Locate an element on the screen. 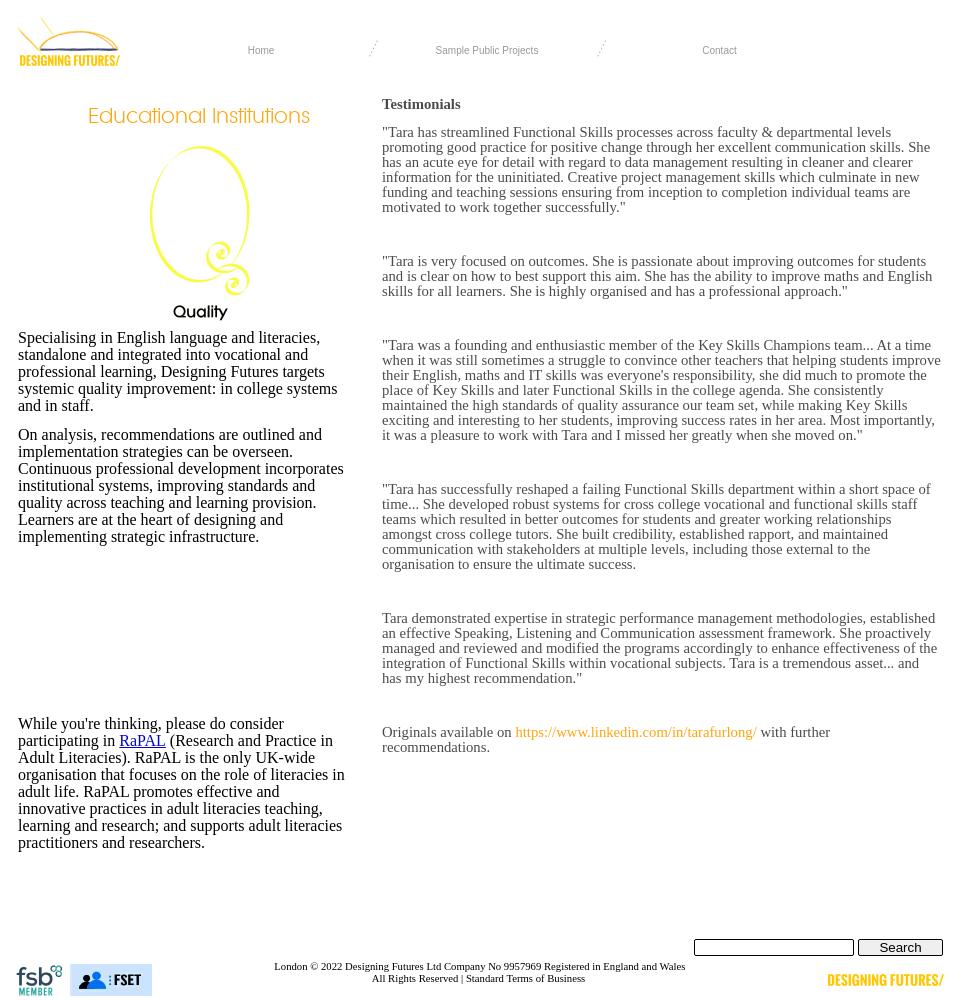 The width and height of the screenshot is (960, 1000). '"Tara is very focused on outcomes. She is passionate about improving outcomes for students and is clear on how to best support this aim. She has the ability to improve maths and English skills for all learners. She is highly organised and has a professional approach."' is located at coordinates (656, 276).